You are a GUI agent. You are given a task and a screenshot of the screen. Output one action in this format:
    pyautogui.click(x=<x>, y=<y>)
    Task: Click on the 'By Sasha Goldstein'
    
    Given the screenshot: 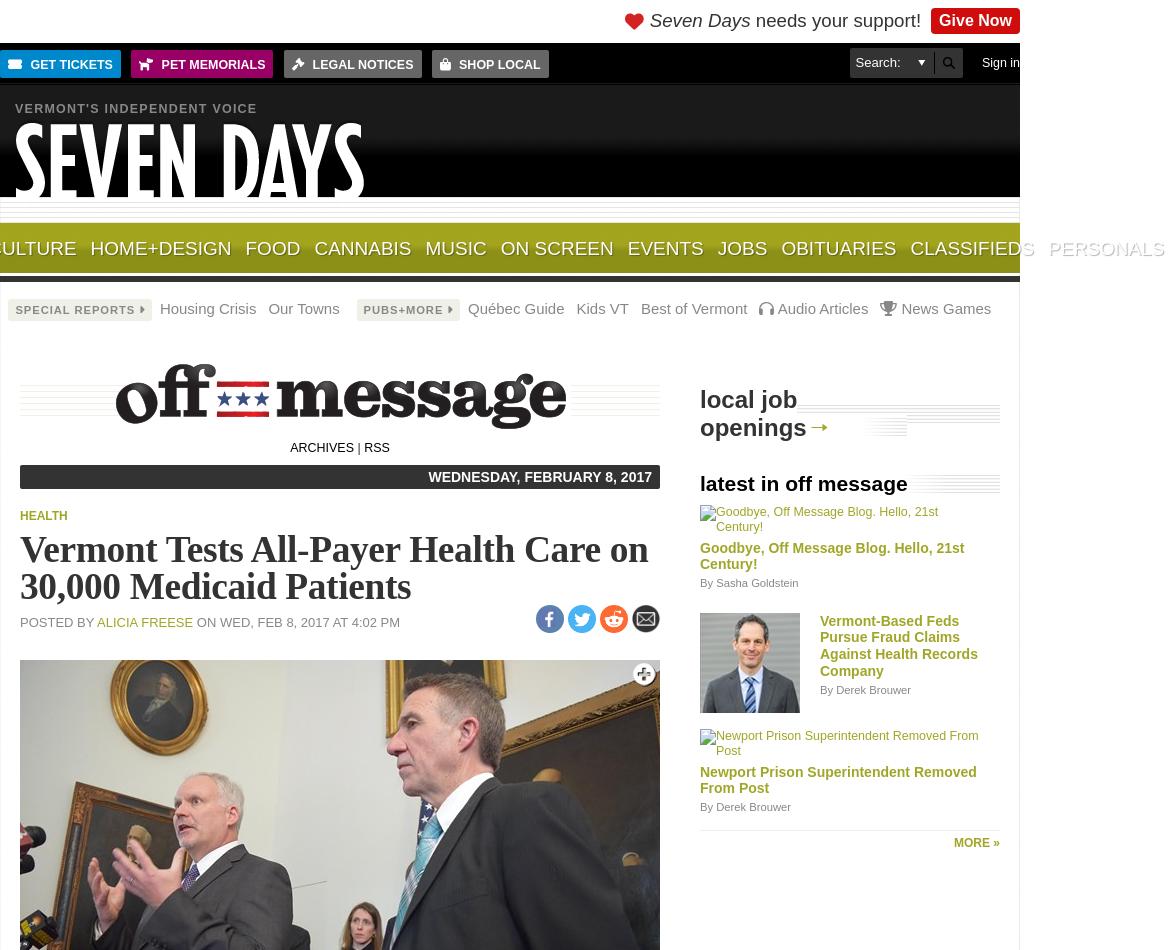 What is the action you would take?
    pyautogui.click(x=748, y=583)
    